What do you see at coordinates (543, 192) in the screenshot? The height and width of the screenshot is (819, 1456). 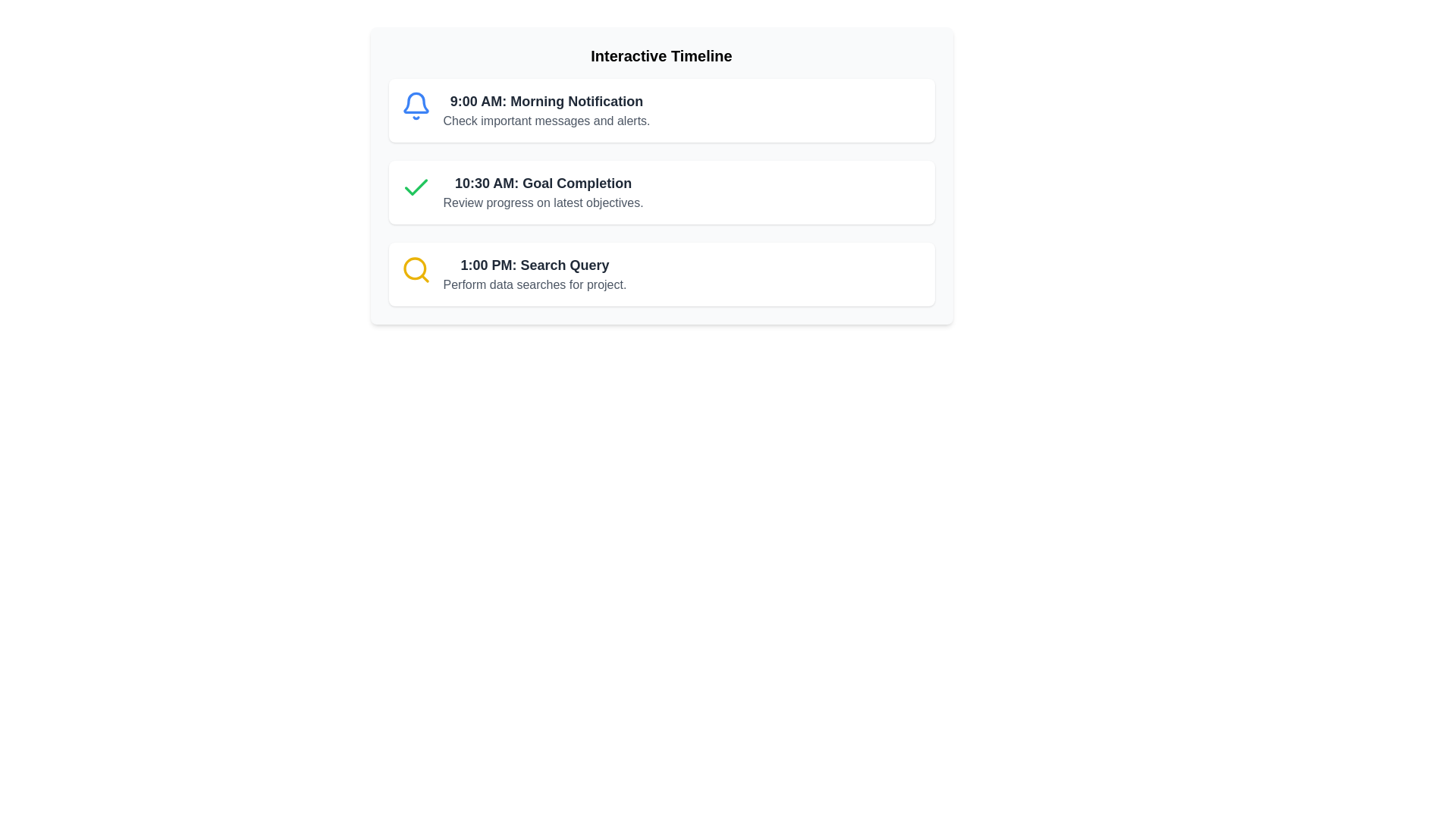 I see `the second Text block in the timeline entry that describes a task scheduled for 10:30 AM, located centrally between the '9:00 AM: Morning Notification' and '1:00 PM: Search Query' entries` at bounding box center [543, 192].